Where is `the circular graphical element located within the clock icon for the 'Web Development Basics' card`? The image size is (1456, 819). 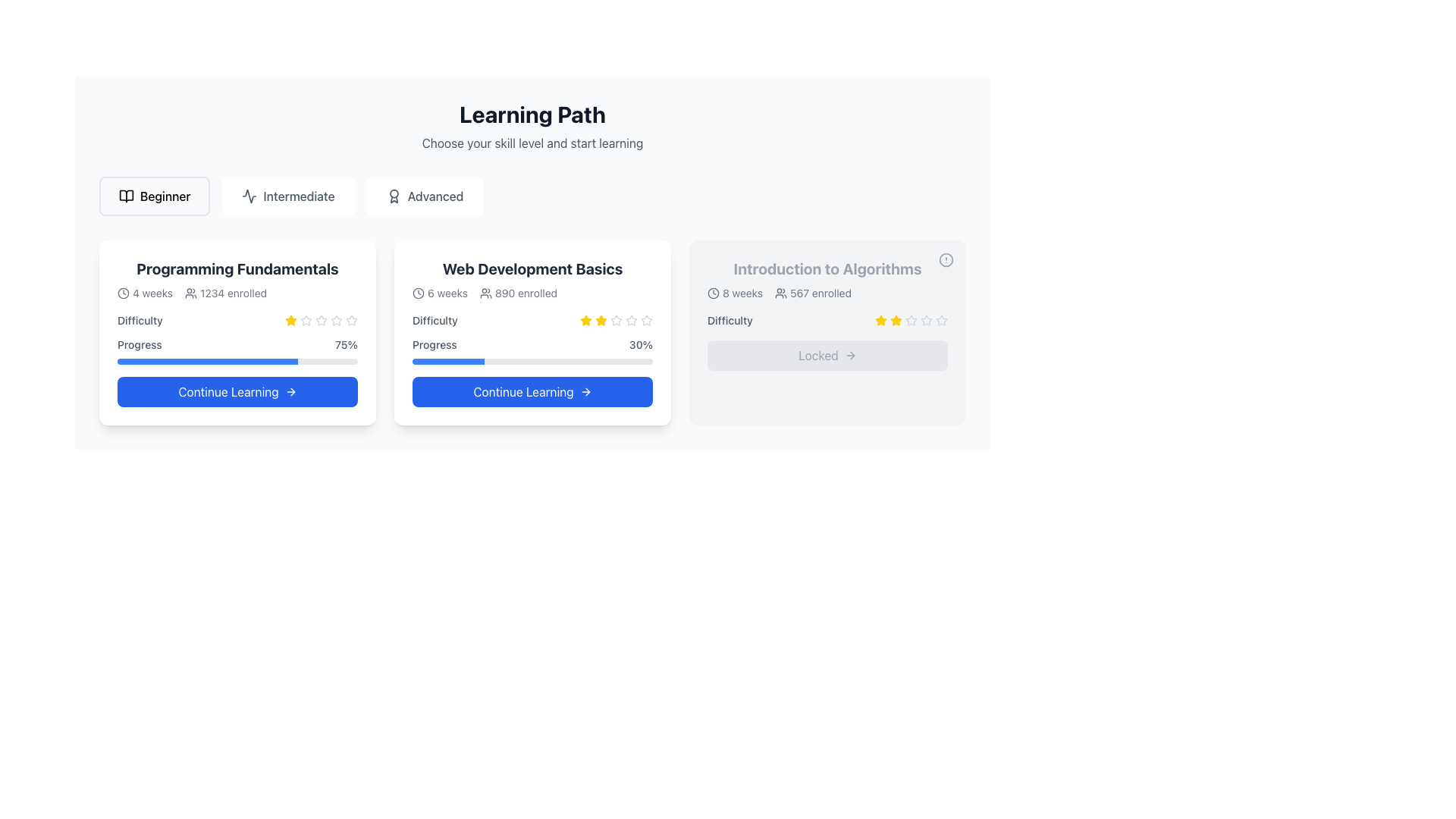 the circular graphical element located within the clock icon for the 'Web Development Basics' card is located at coordinates (124, 293).